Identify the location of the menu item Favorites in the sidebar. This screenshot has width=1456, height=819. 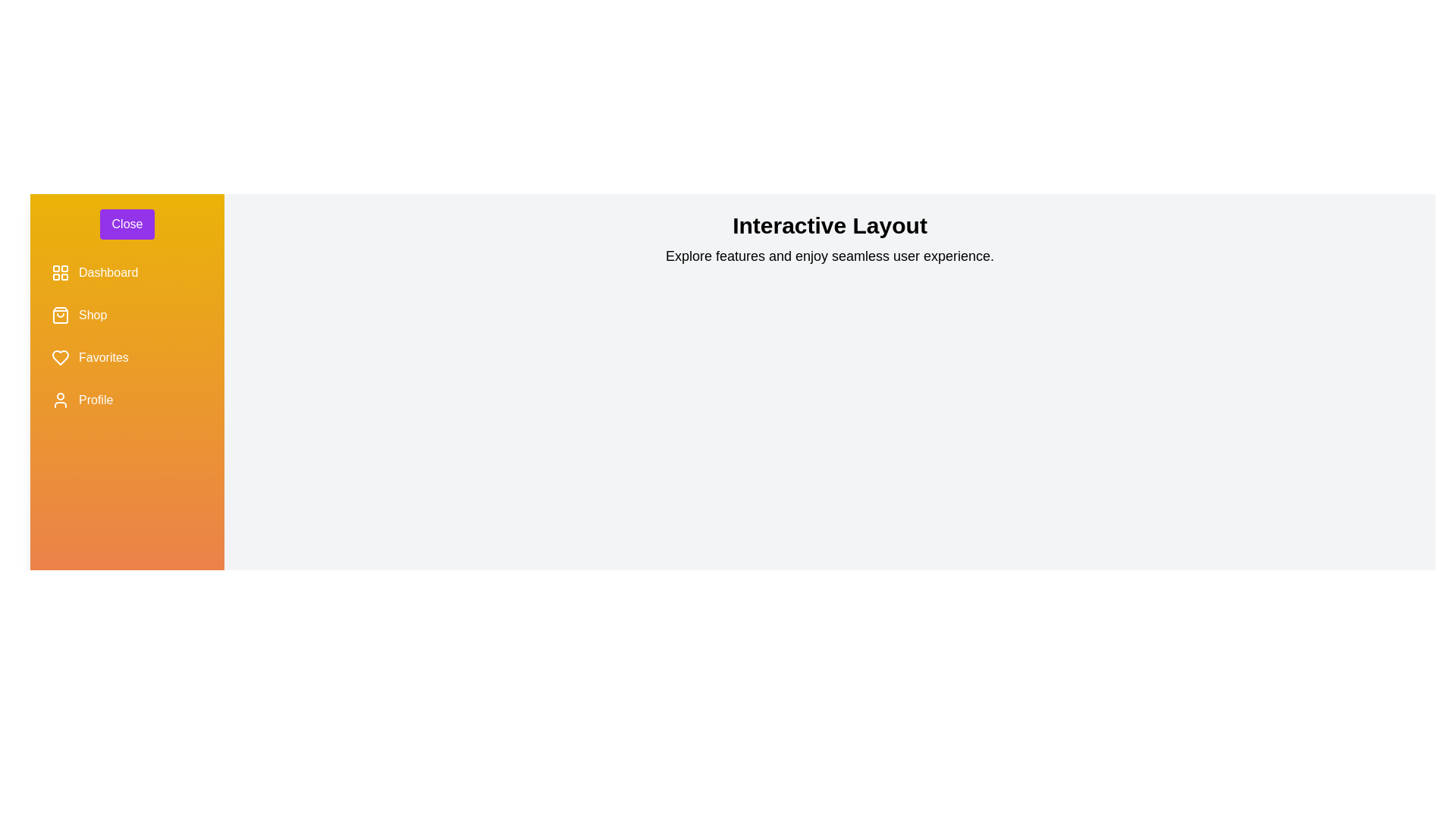
(127, 357).